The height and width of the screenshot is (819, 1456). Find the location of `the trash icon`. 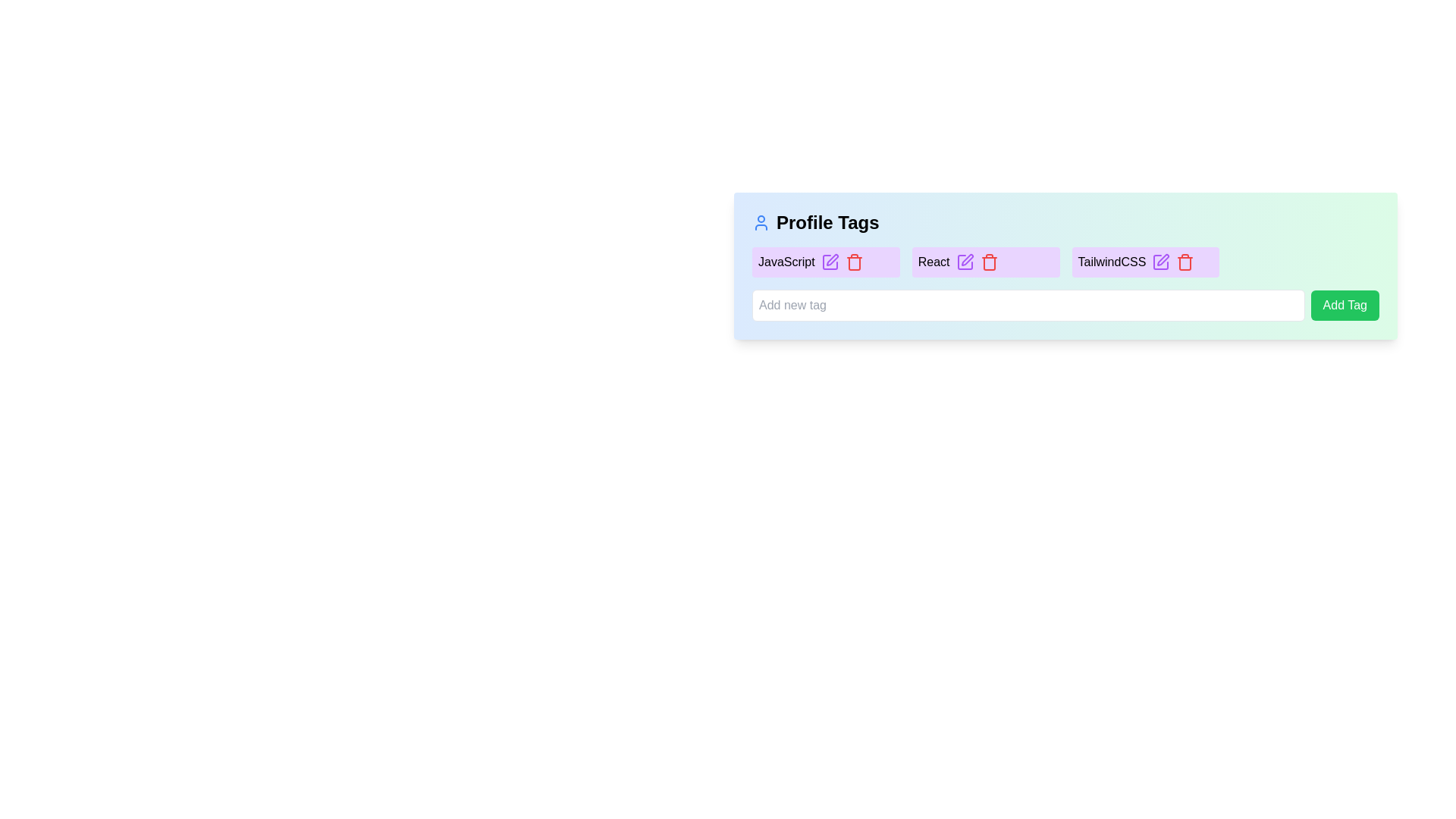

the trash icon is located at coordinates (854, 262).